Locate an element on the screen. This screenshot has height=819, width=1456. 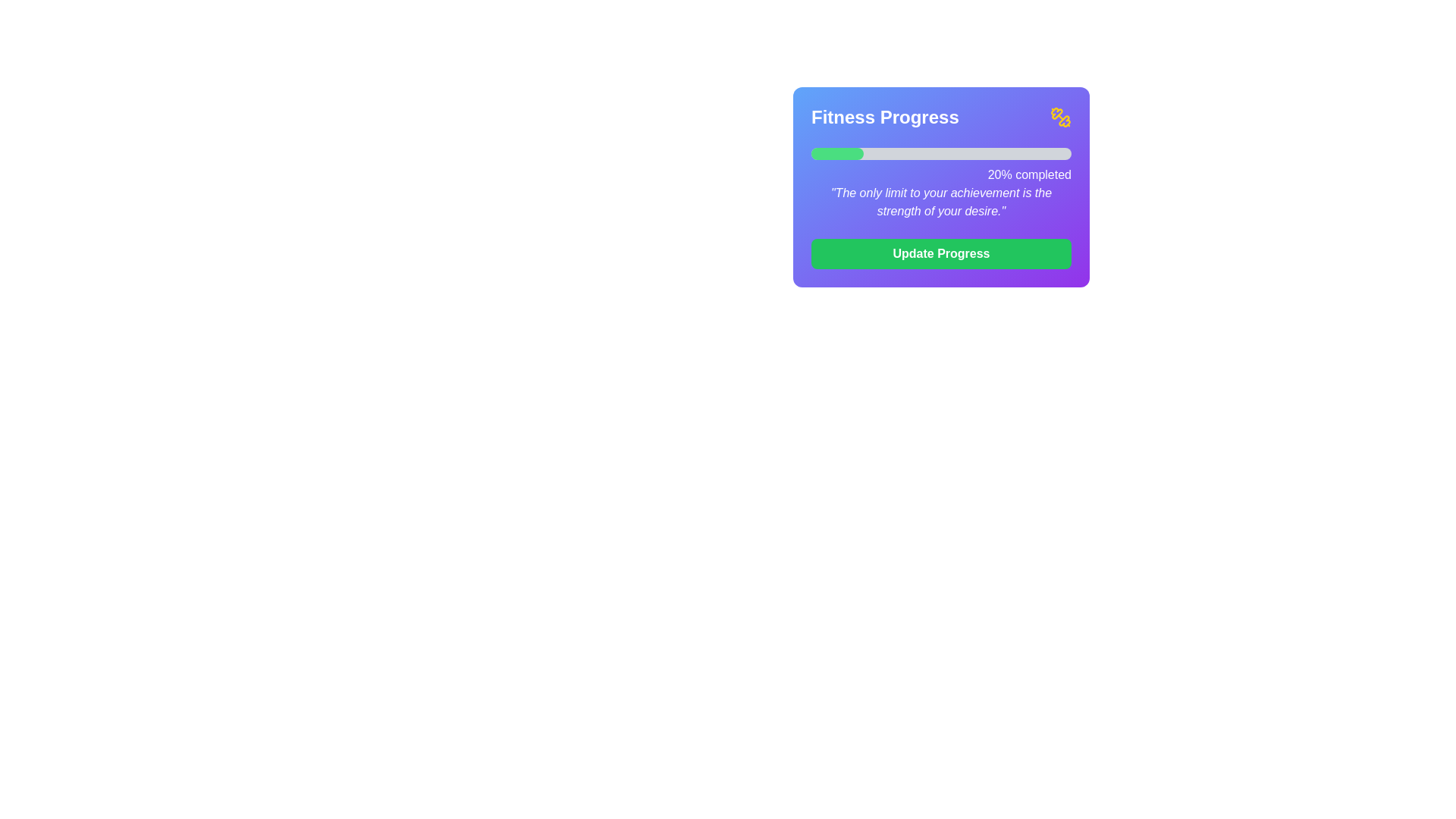
the bright green Progress Indicator at the top left of the progress bar to gauge the current progress, which represents 20% completion is located at coordinates (836, 154).